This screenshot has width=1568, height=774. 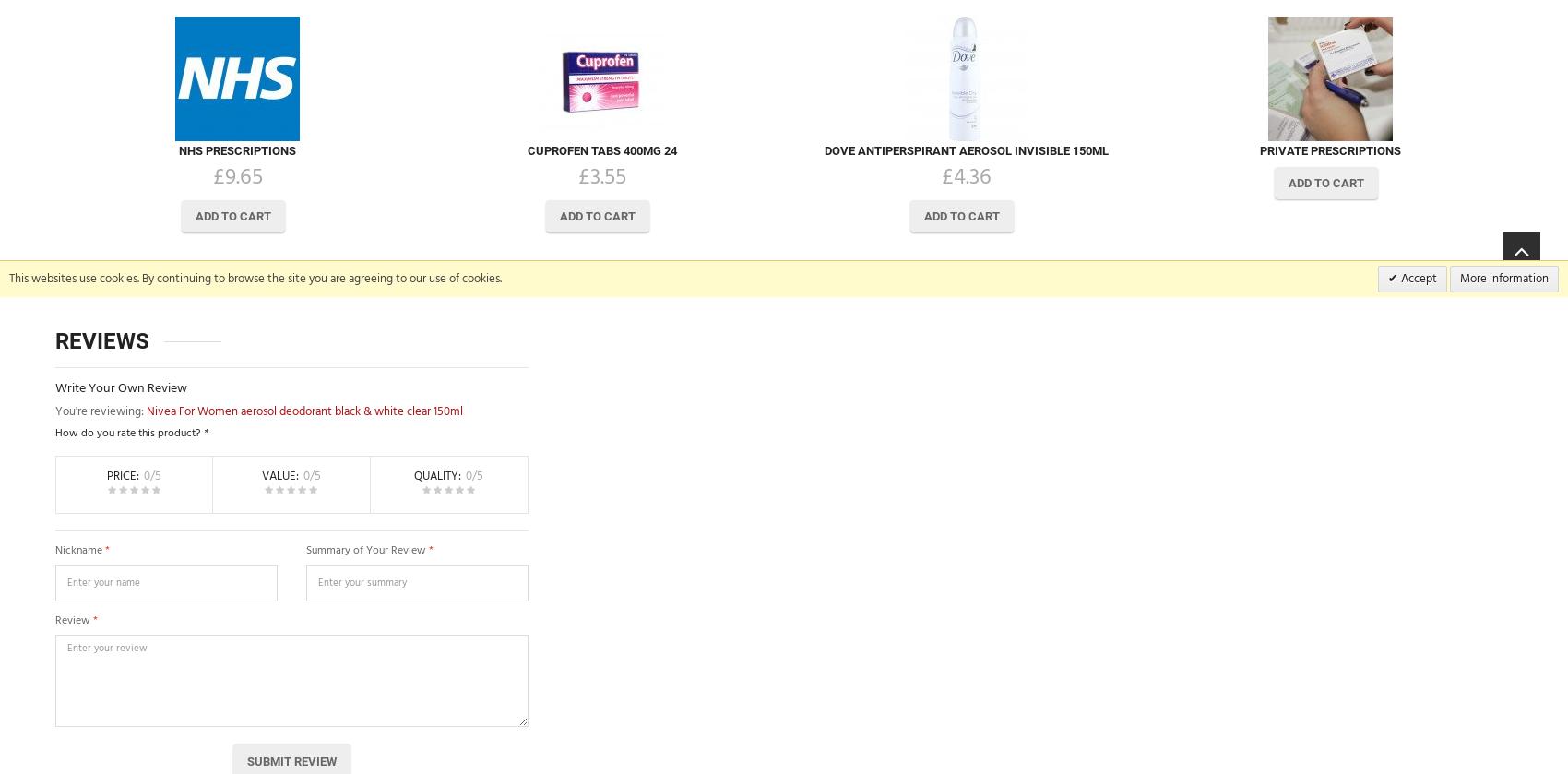 I want to click on 'Price', so click(x=120, y=474).